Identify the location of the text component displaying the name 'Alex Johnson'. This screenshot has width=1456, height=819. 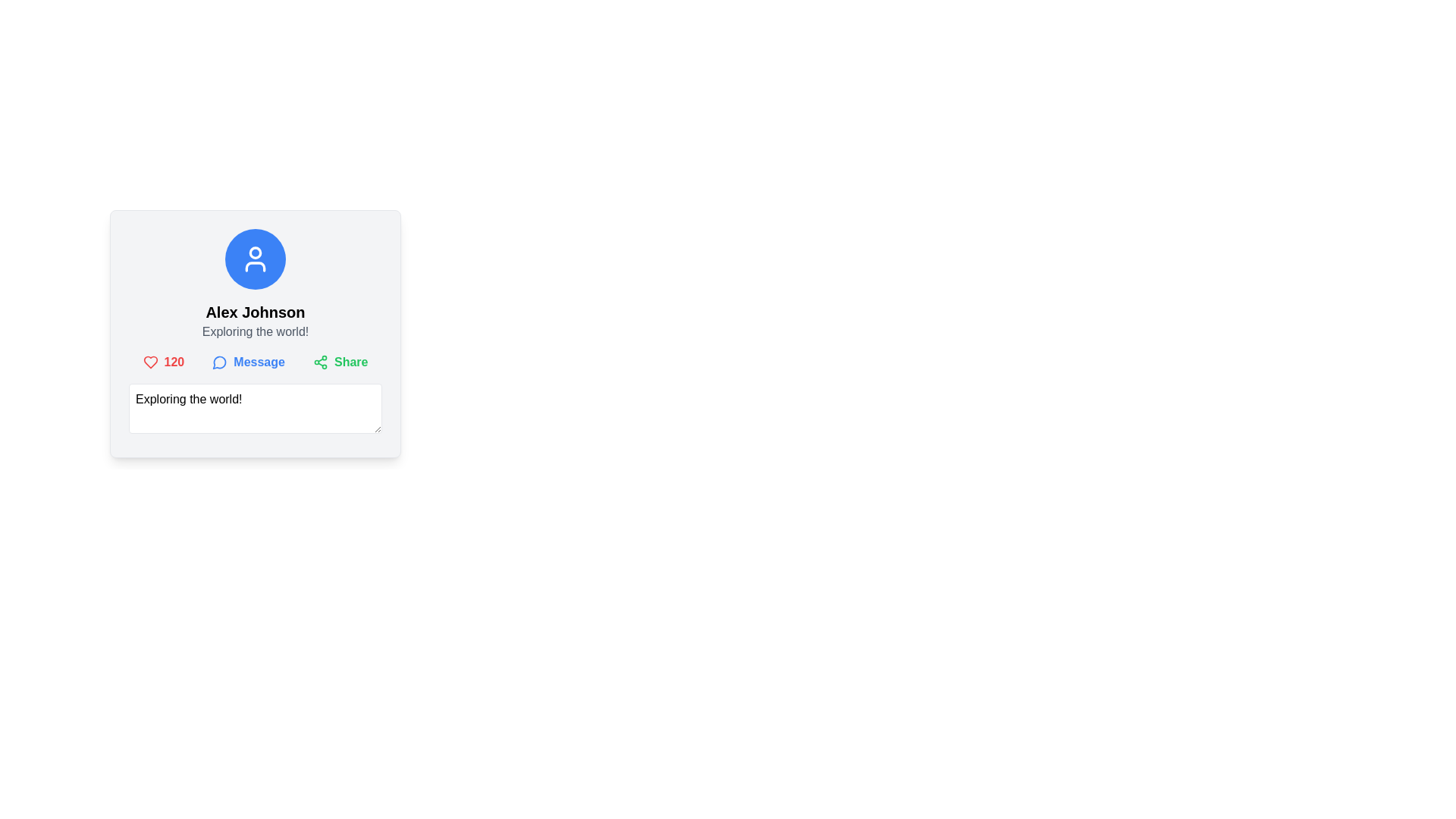
(255, 312).